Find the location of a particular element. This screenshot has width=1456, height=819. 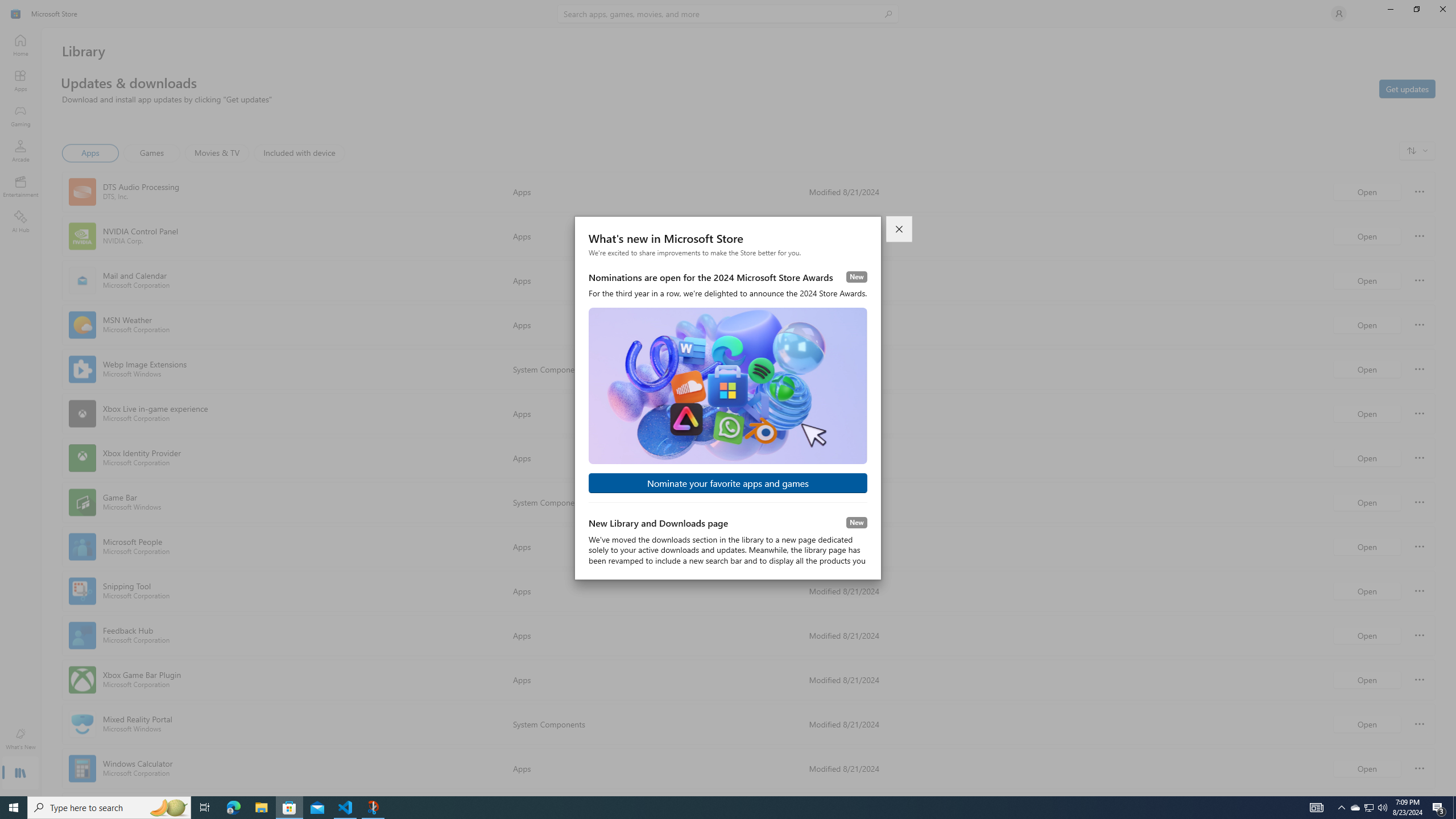

'Sort and filter' is located at coordinates (1417, 150).